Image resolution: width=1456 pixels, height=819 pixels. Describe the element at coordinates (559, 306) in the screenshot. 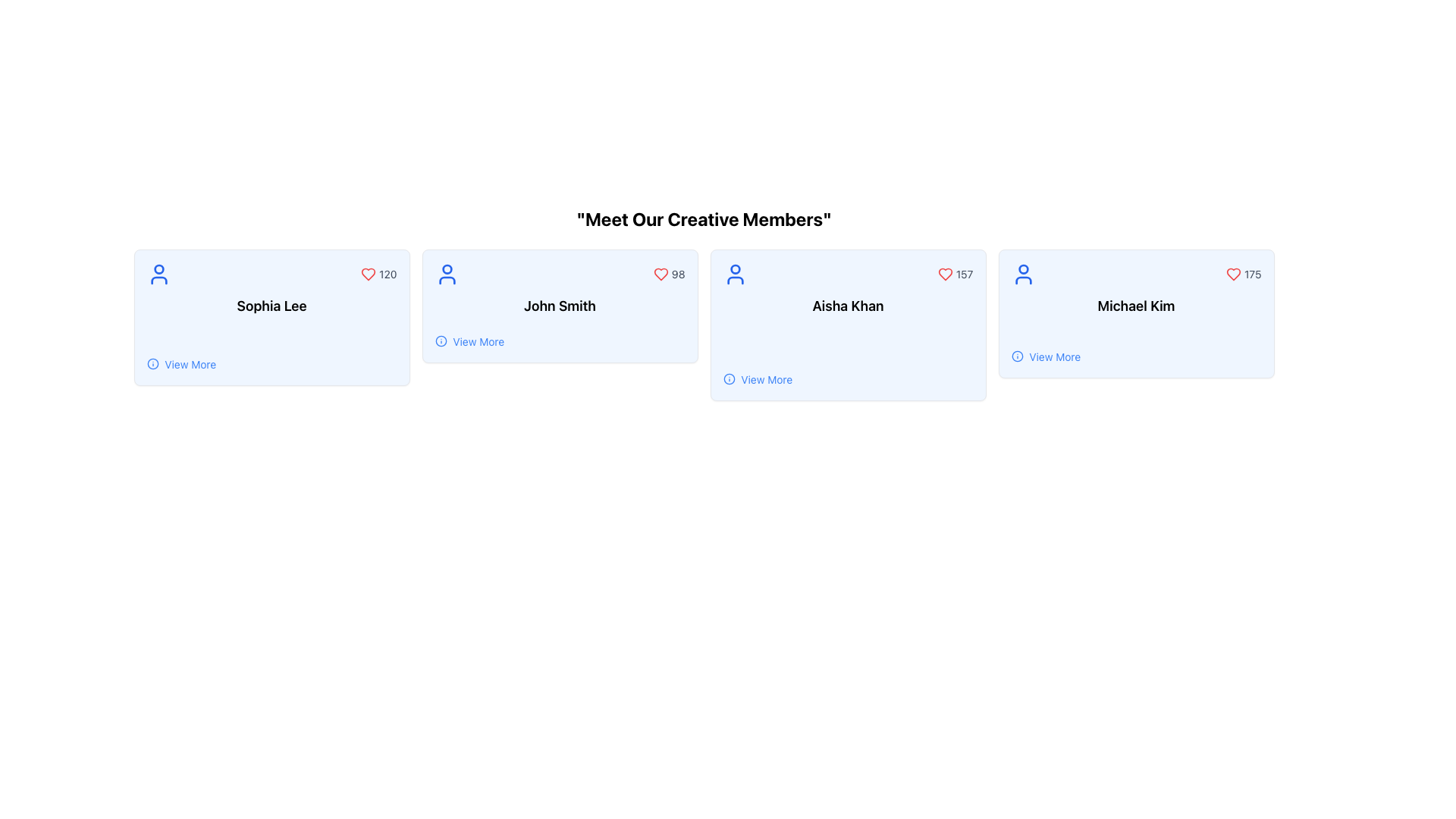

I see `the Text Label displaying the name 'John Smith' located in the central card among a row of four similar cards` at that location.